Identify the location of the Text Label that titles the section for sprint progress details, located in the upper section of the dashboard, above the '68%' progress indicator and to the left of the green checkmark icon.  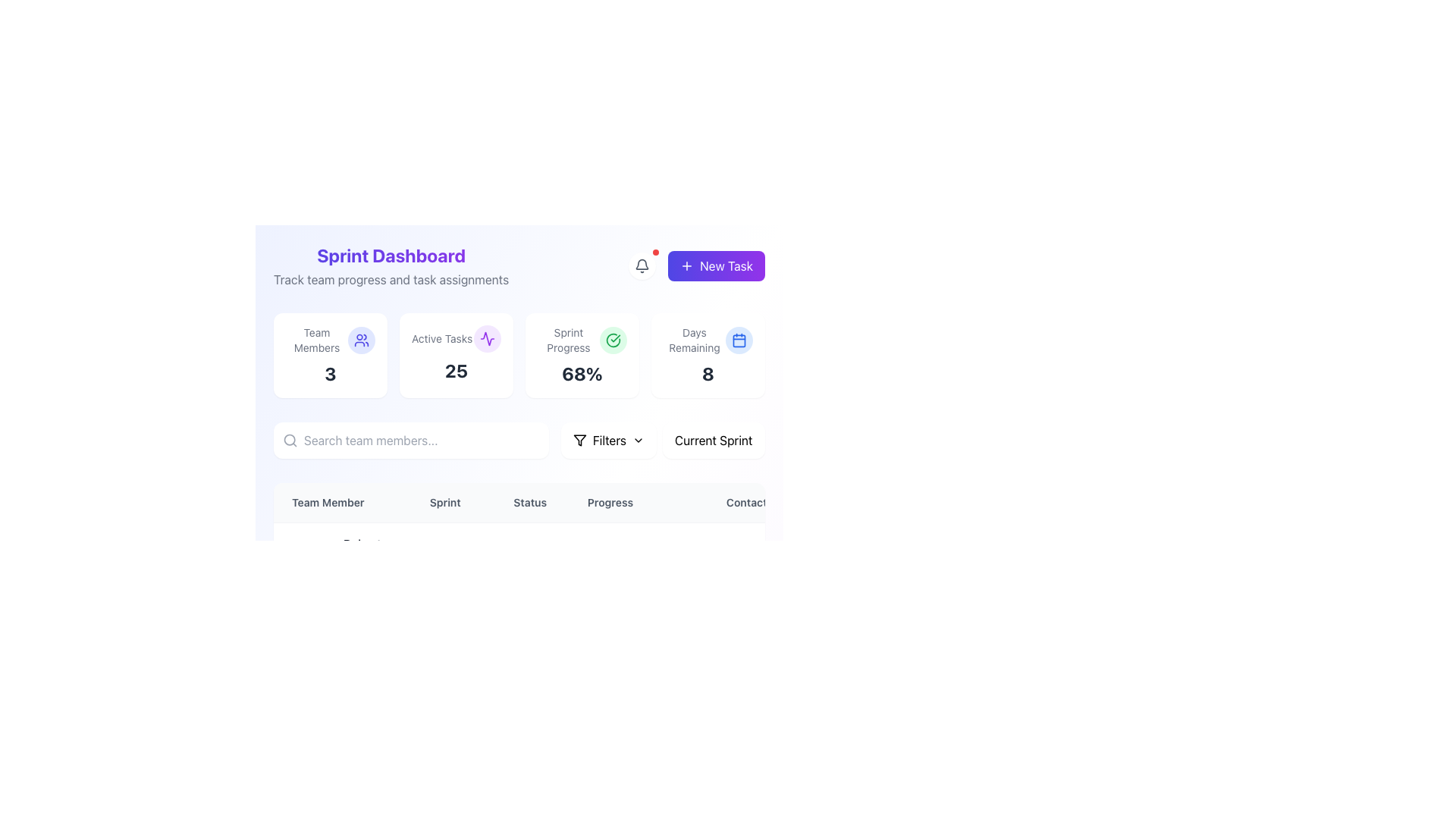
(567, 339).